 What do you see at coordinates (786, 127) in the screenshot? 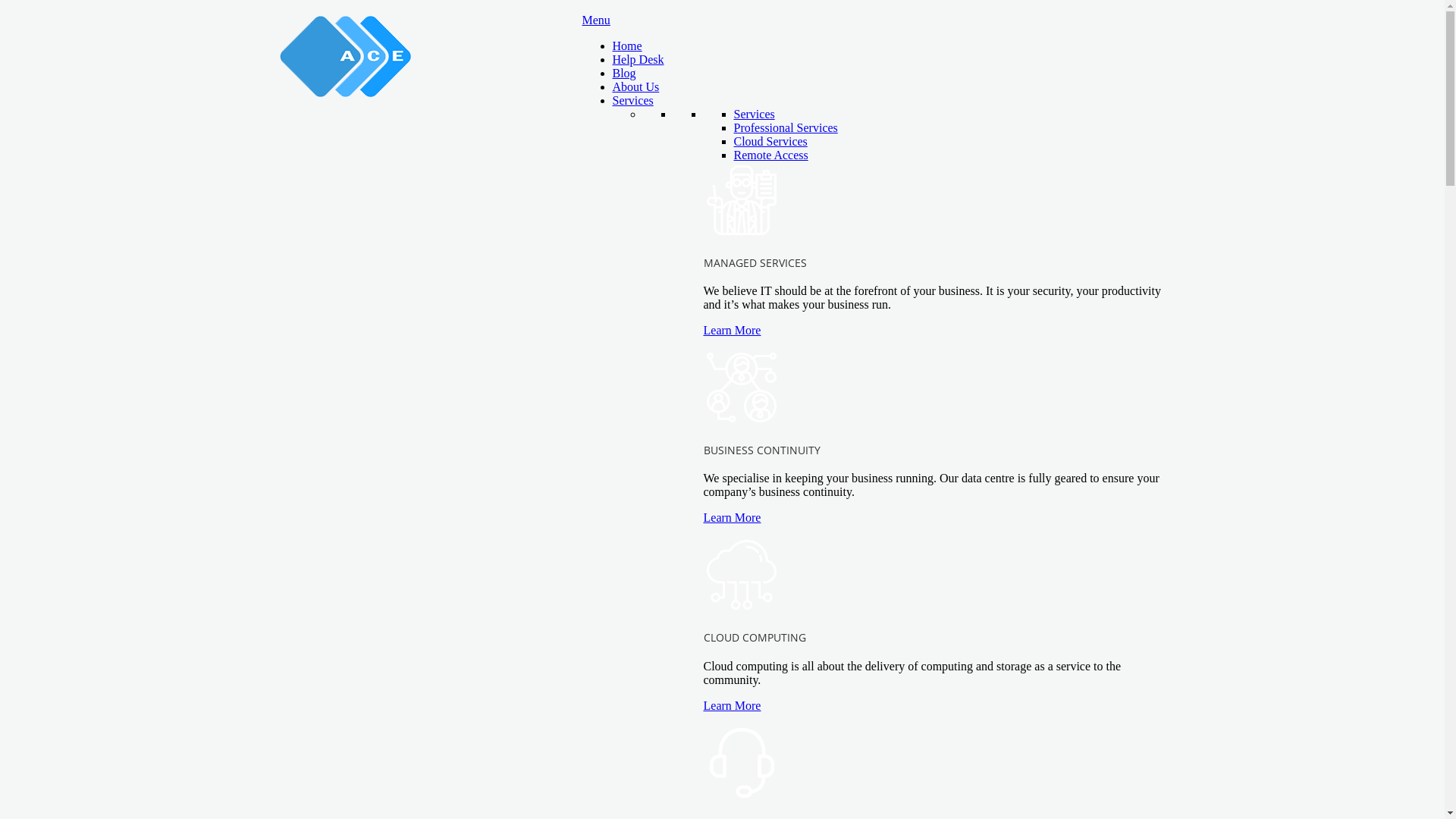
I see `'Professional Services'` at bounding box center [786, 127].